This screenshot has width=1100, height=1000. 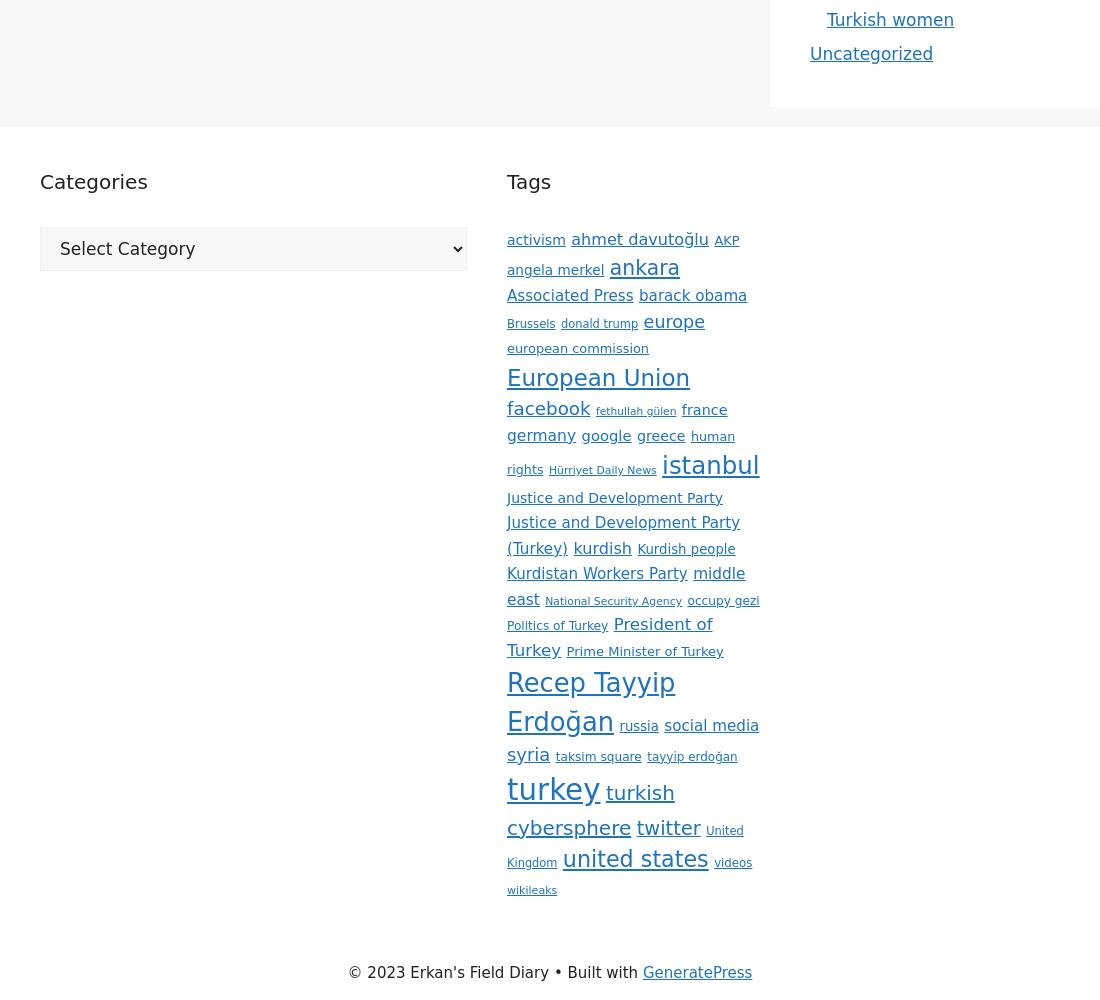 What do you see at coordinates (608, 637) in the screenshot?
I see `'President of Turkey'` at bounding box center [608, 637].